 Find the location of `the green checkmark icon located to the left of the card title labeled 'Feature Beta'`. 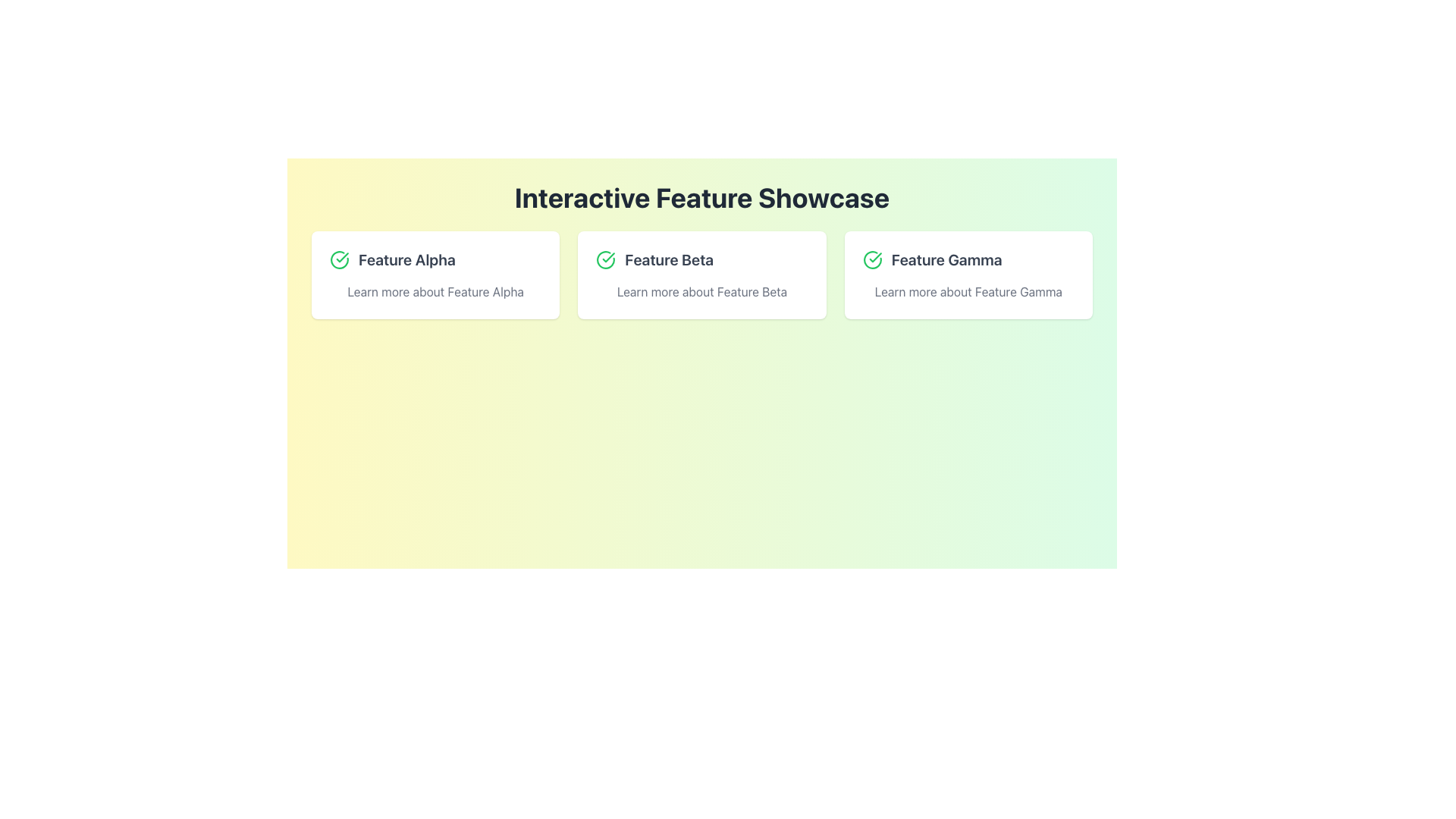

the green checkmark icon located to the left of the card title labeled 'Feature Beta' is located at coordinates (875, 256).